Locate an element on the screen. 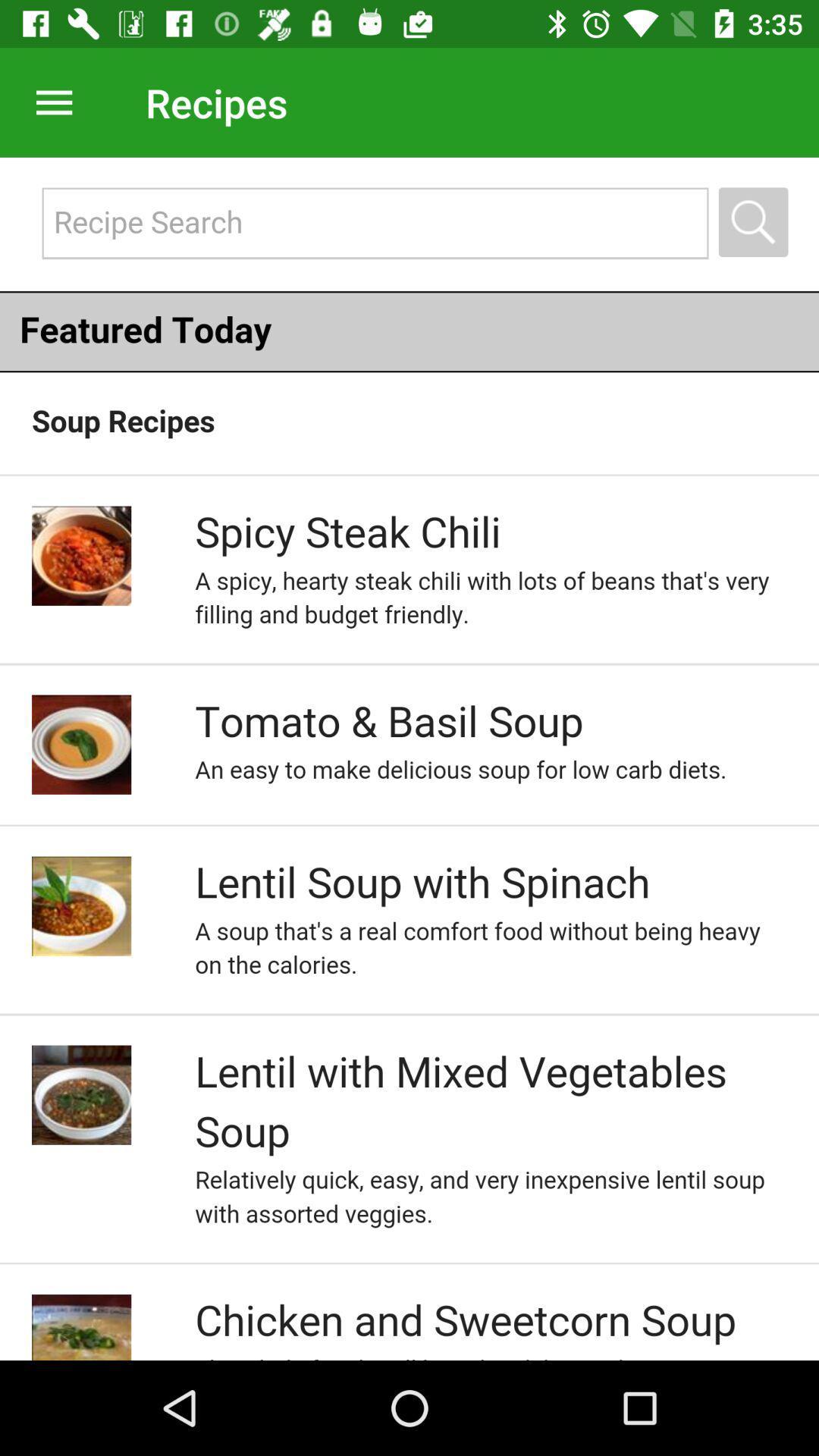 The image size is (819, 1456). recipe page is located at coordinates (409, 758).